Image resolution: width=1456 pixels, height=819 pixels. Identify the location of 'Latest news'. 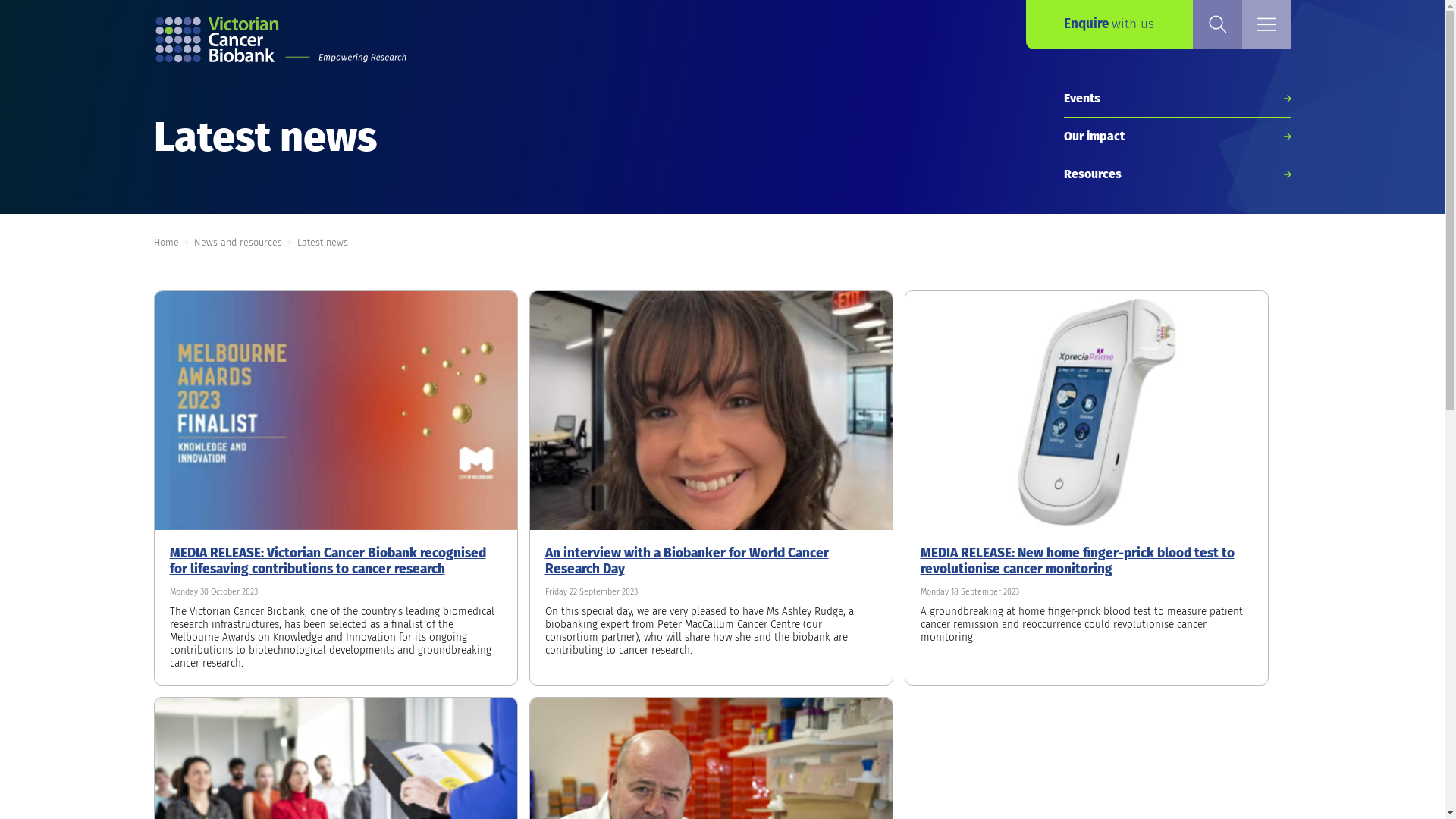
(297, 241).